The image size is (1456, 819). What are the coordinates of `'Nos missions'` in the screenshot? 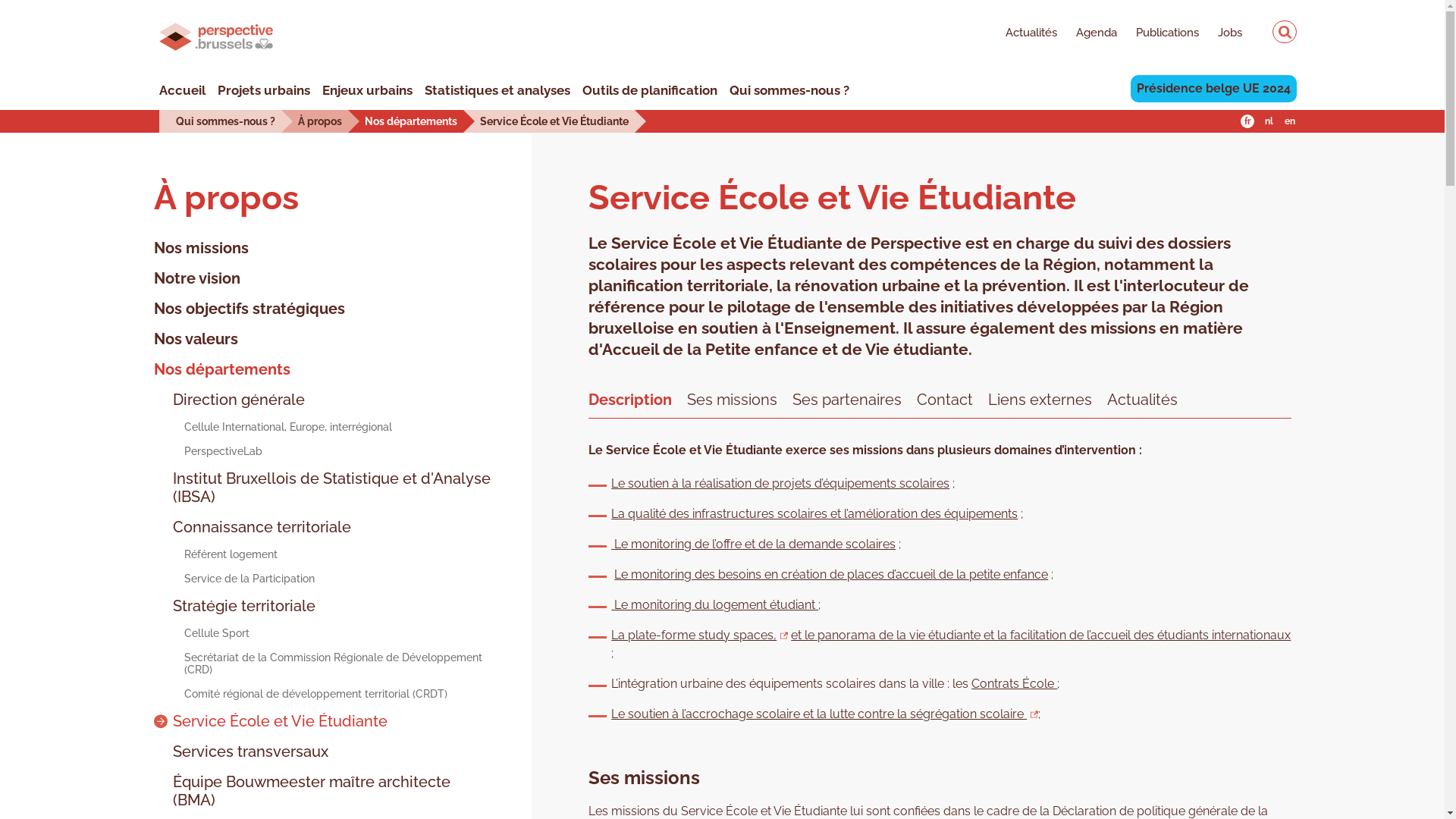 It's located at (199, 247).